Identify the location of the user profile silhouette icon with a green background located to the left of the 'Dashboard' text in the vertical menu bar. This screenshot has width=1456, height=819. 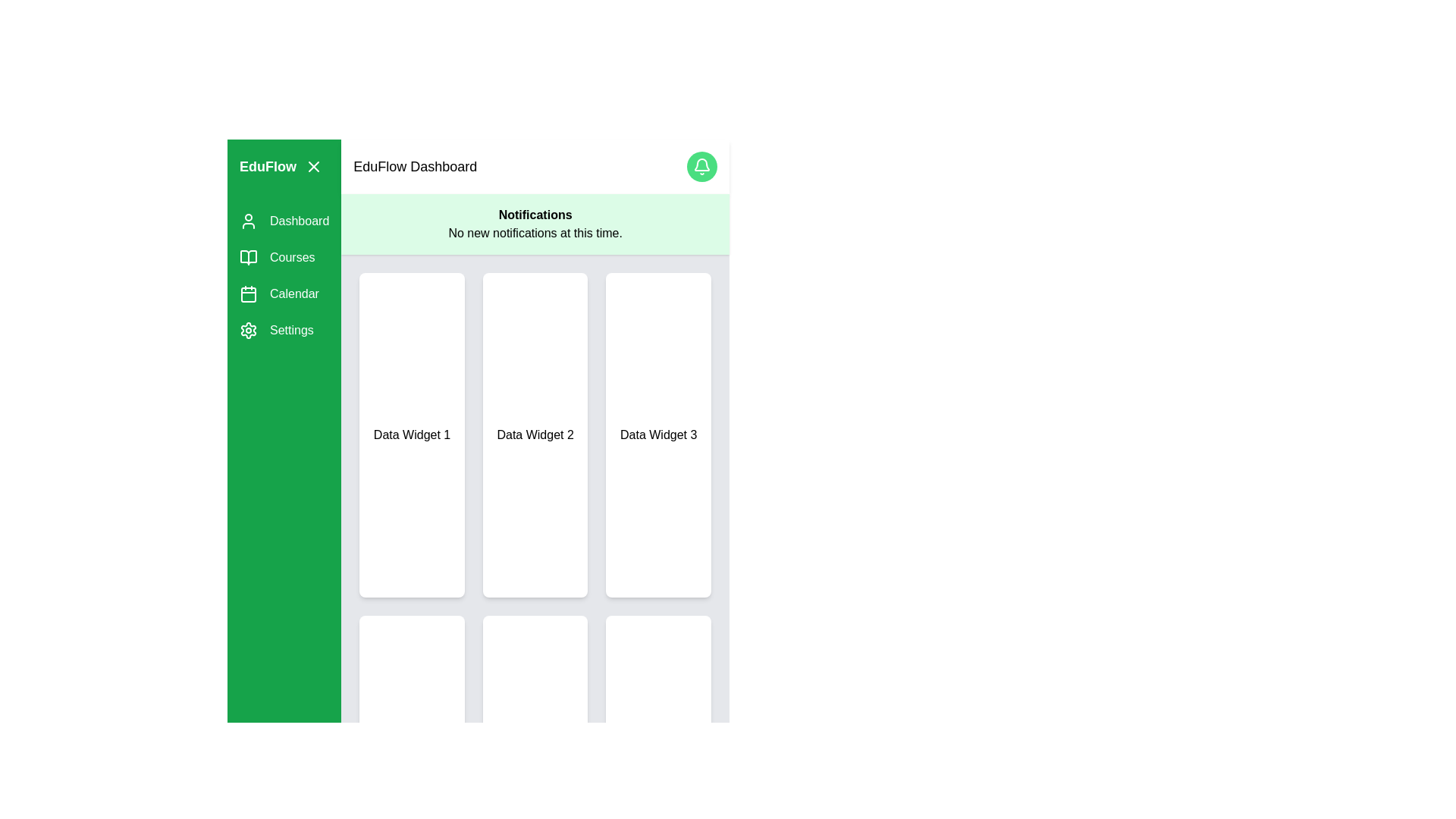
(248, 221).